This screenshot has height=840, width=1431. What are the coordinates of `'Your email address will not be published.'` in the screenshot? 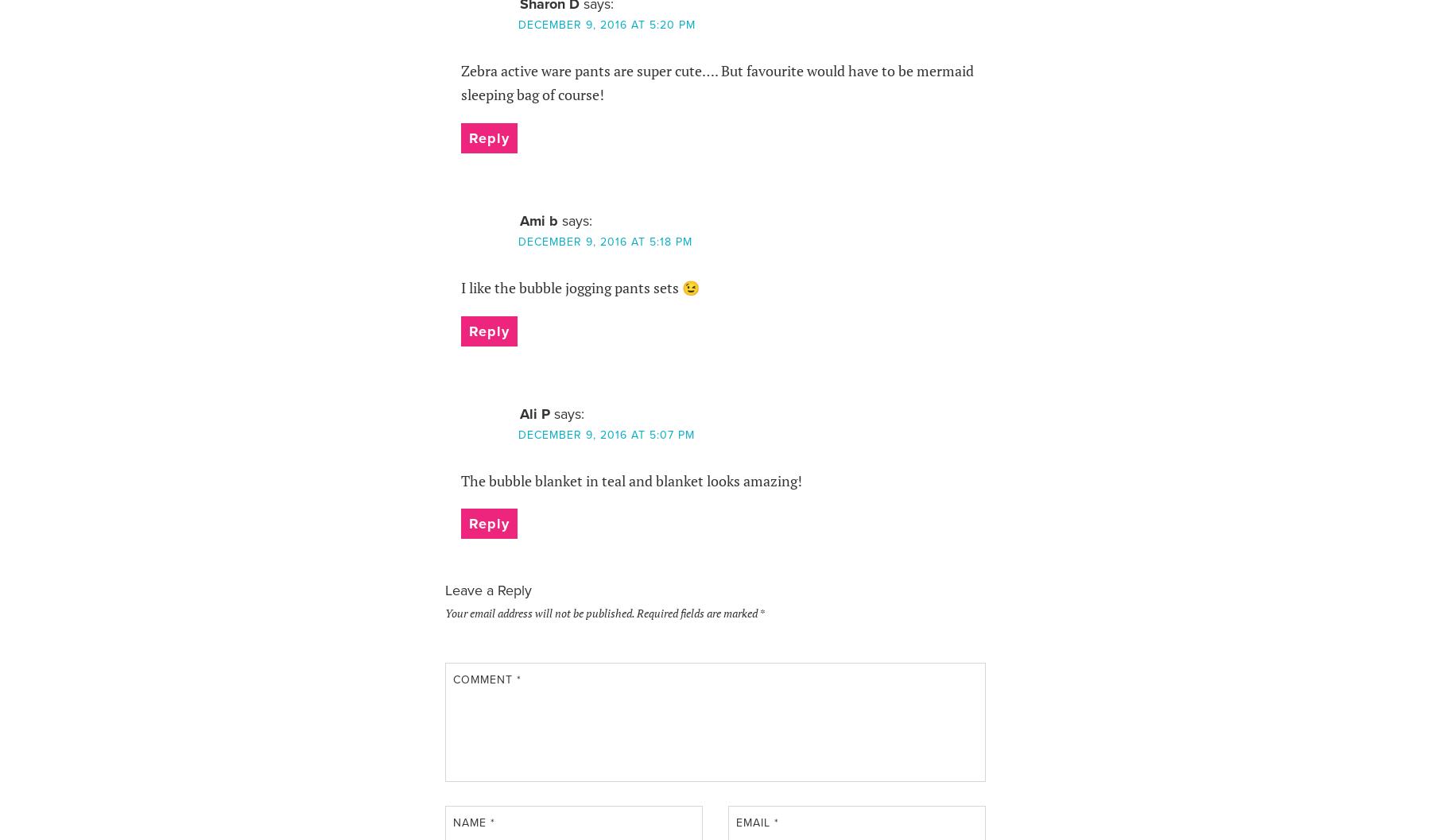 It's located at (538, 612).